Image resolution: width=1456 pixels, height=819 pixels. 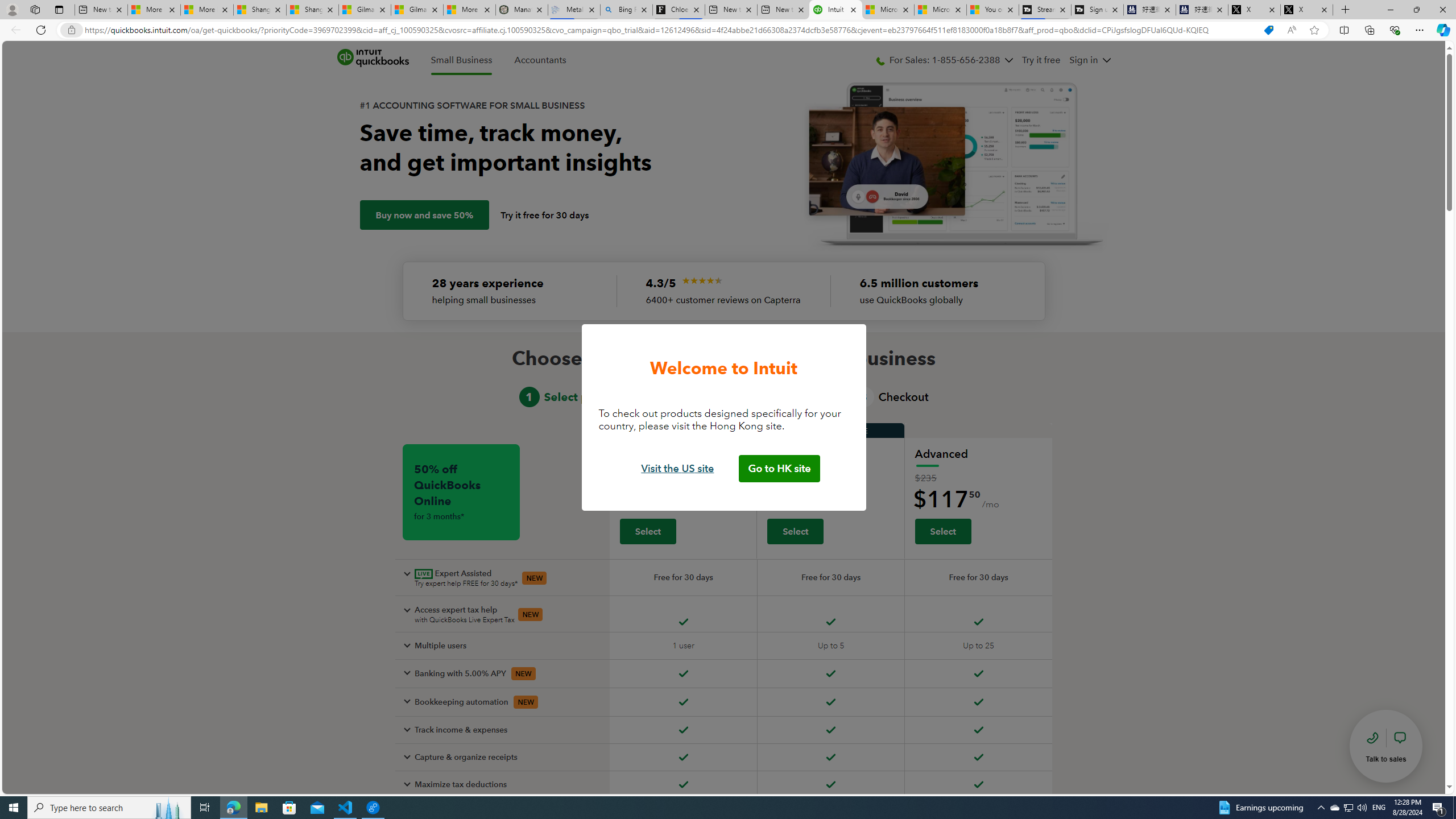 I want to click on 'Bing Real Estate - Home sales and rental listings', so click(x=626, y=9).